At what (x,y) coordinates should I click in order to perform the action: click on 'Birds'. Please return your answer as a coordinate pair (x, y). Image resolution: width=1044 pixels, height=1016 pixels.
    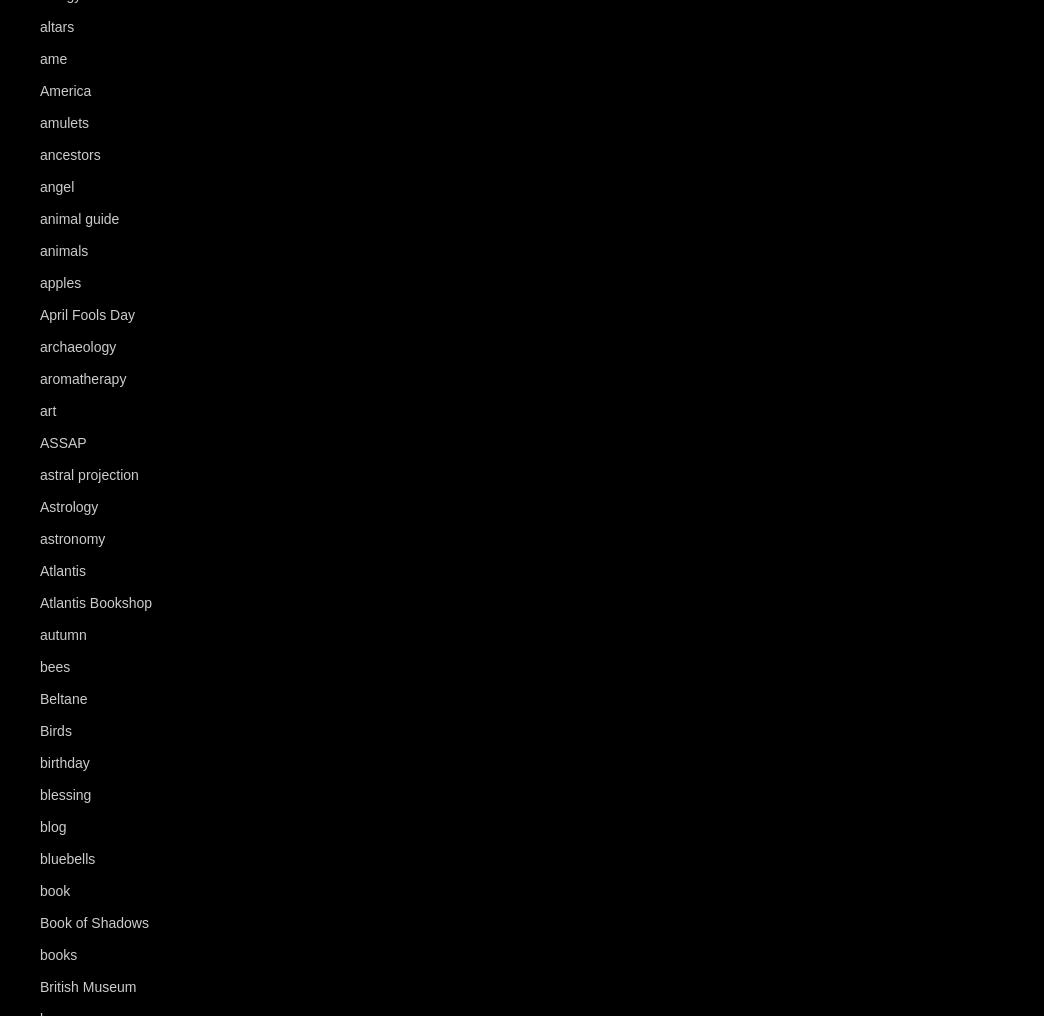
    Looking at the image, I should click on (38, 731).